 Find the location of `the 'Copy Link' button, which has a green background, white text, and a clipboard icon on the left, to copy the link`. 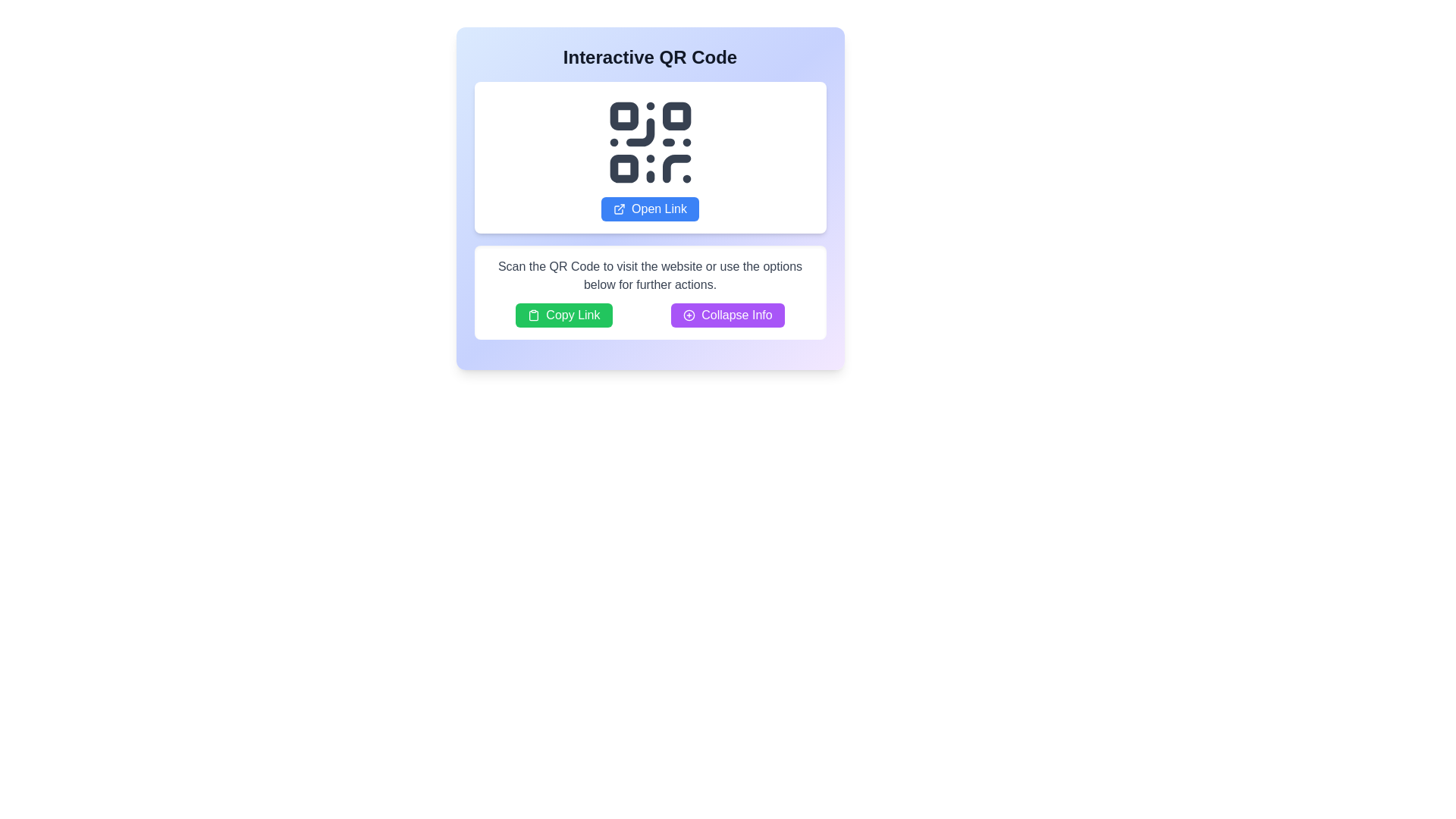

the 'Copy Link' button, which has a green background, white text, and a clipboard icon on the left, to copy the link is located at coordinates (563, 315).